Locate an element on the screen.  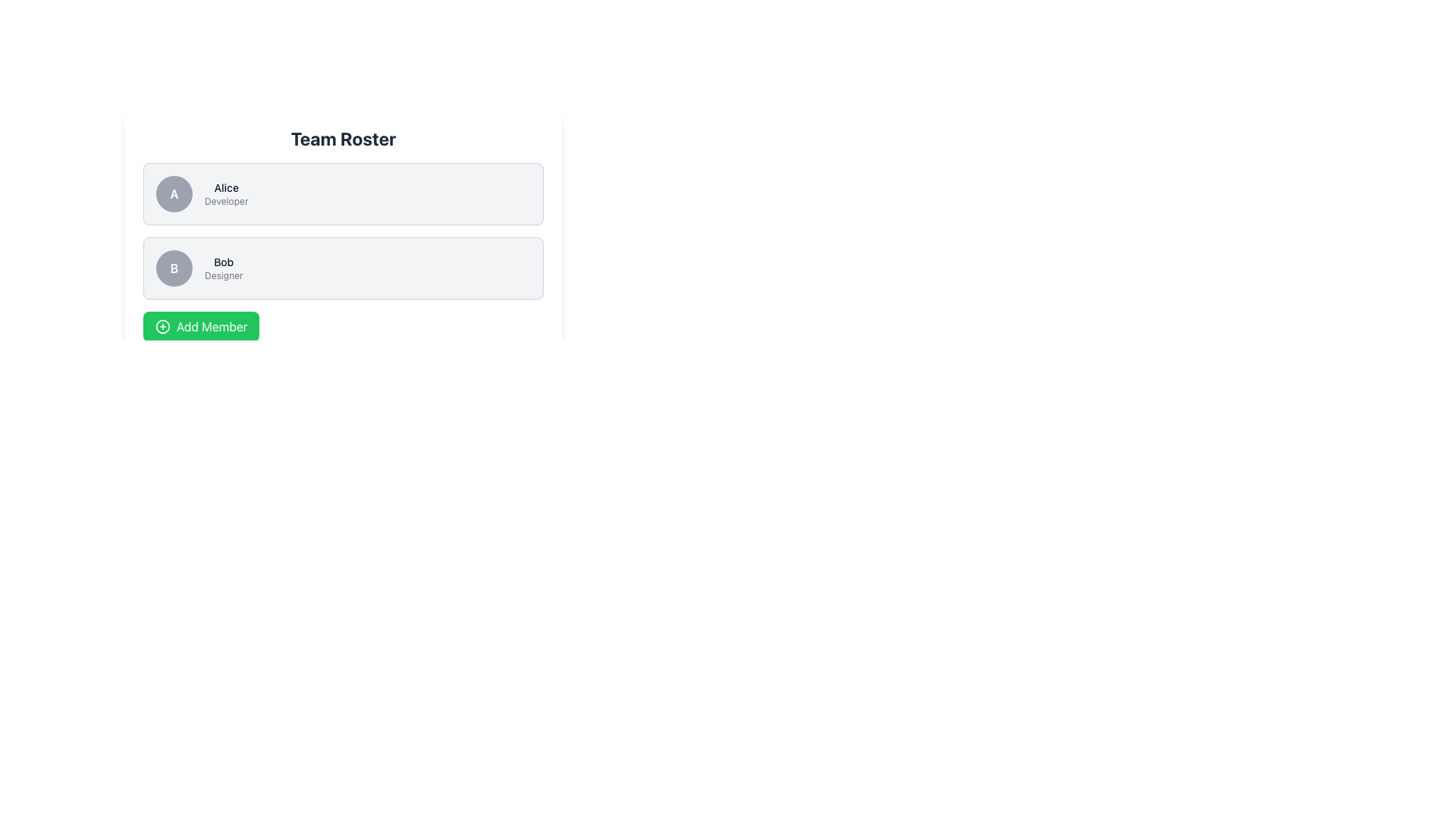
the circular icon on the left end of the 'Add Member' button, which is visually part of the button but not individually interactive is located at coordinates (163, 326).